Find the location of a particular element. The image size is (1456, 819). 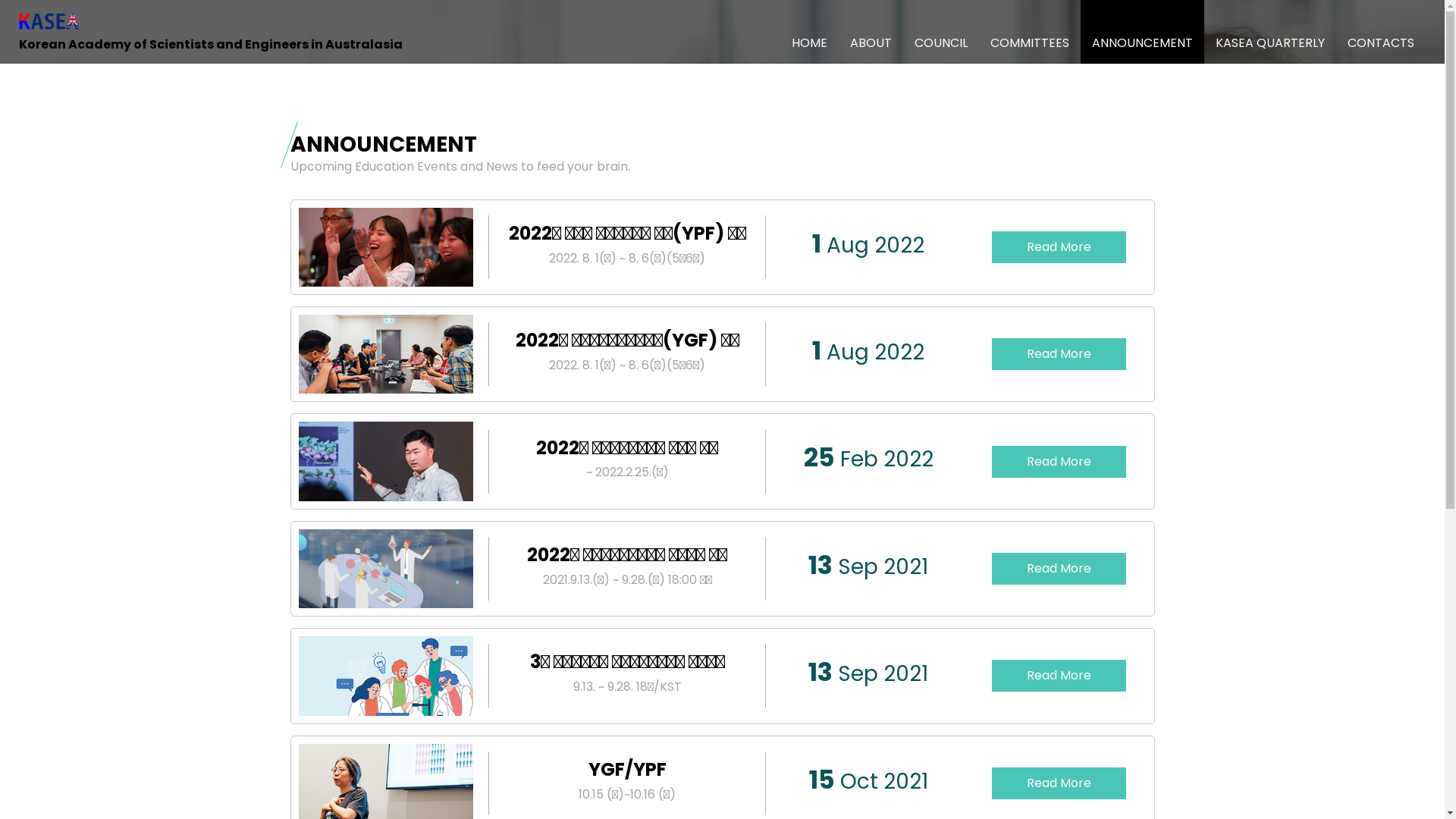

'KASEA QUARTERLY' is located at coordinates (1270, 32).